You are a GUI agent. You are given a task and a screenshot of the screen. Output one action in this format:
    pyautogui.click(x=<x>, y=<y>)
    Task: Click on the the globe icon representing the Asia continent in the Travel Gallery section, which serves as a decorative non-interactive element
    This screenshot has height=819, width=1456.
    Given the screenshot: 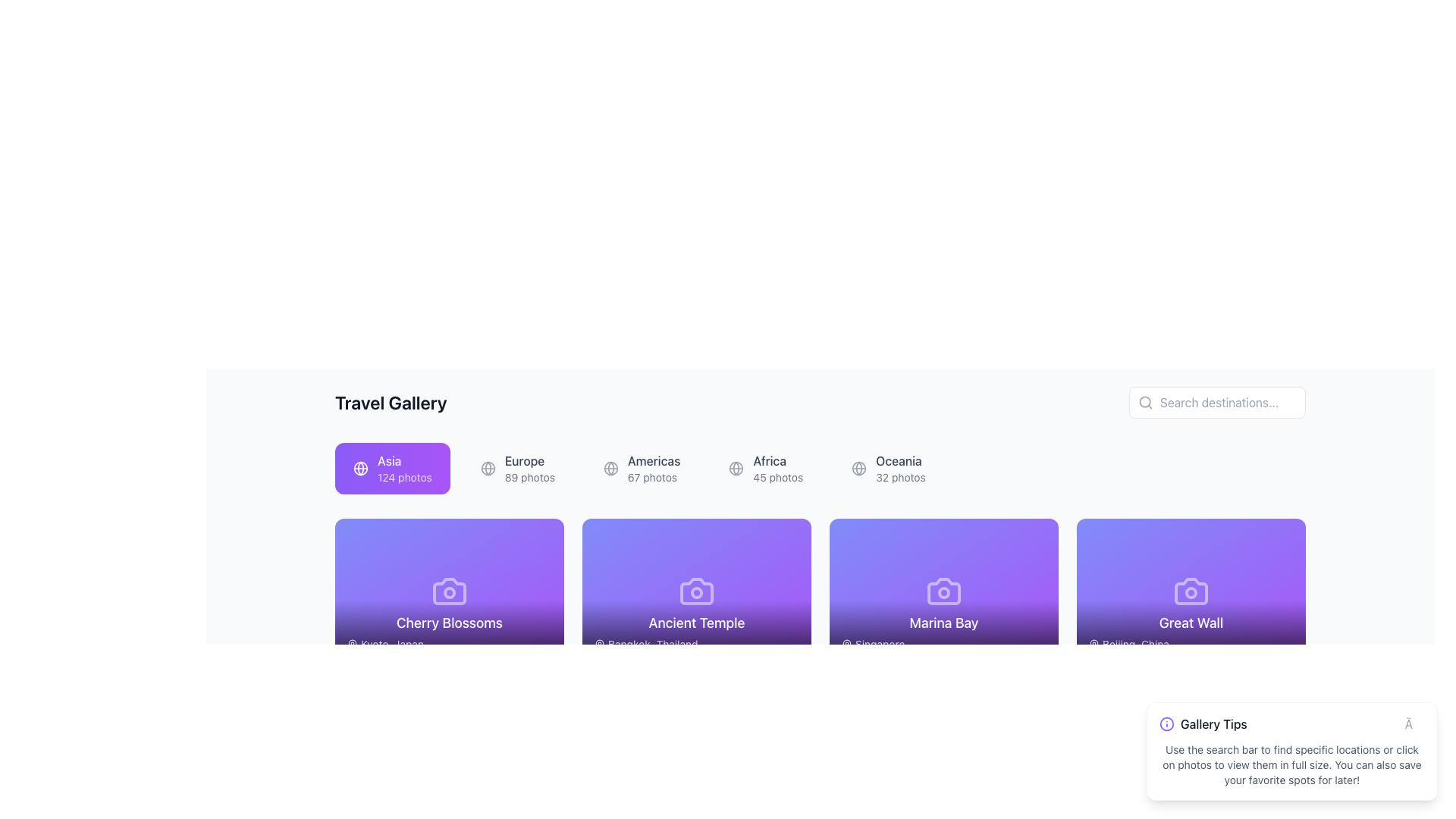 What is the action you would take?
    pyautogui.click(x=359, y=467)
    